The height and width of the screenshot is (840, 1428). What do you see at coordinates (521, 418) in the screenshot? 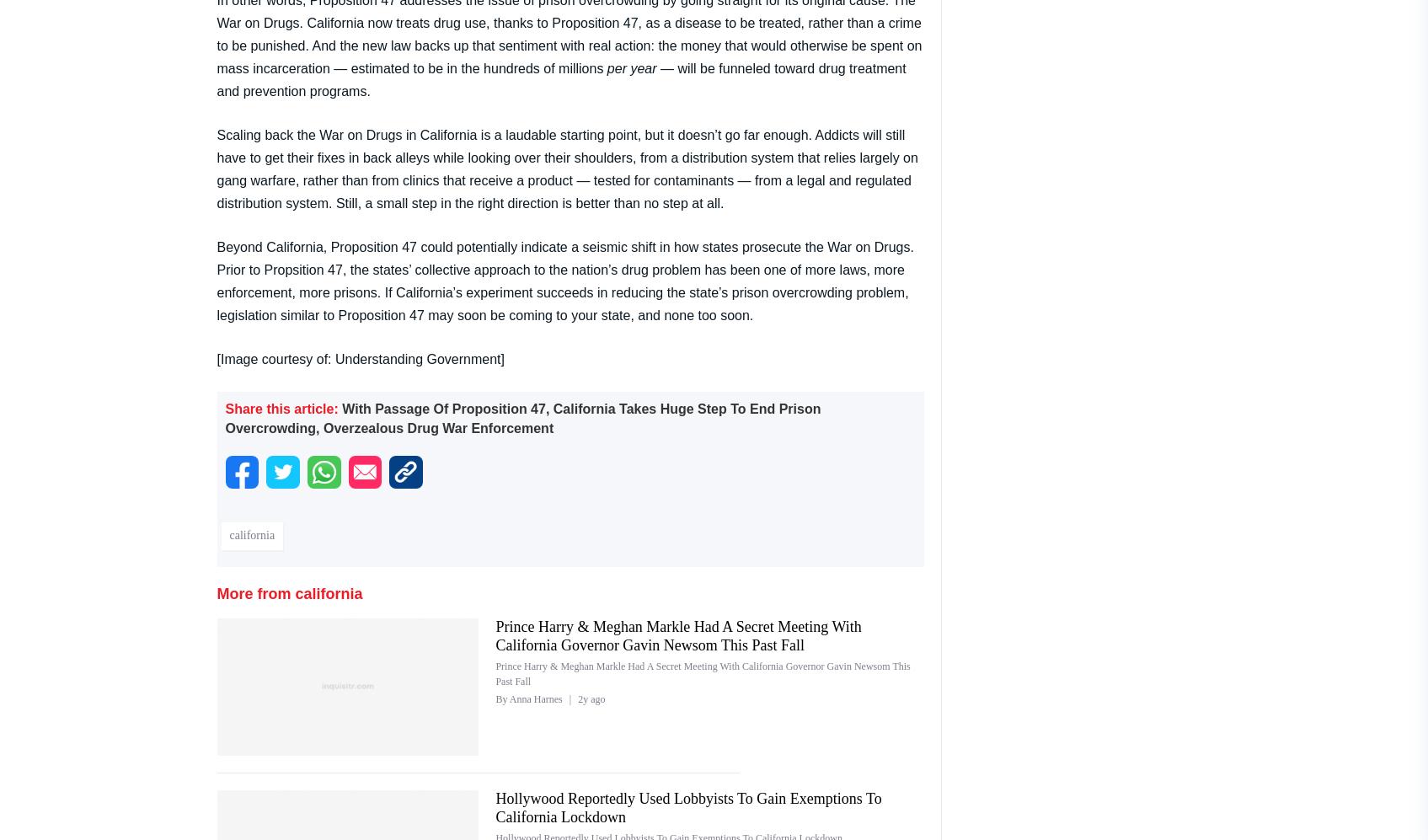
I see `'With Passage Of Proposition 47, California Takes Huge Step To End Prison Overcrowding, Overzealous Drug War Enforcement'` at bounding box center [521, 418].